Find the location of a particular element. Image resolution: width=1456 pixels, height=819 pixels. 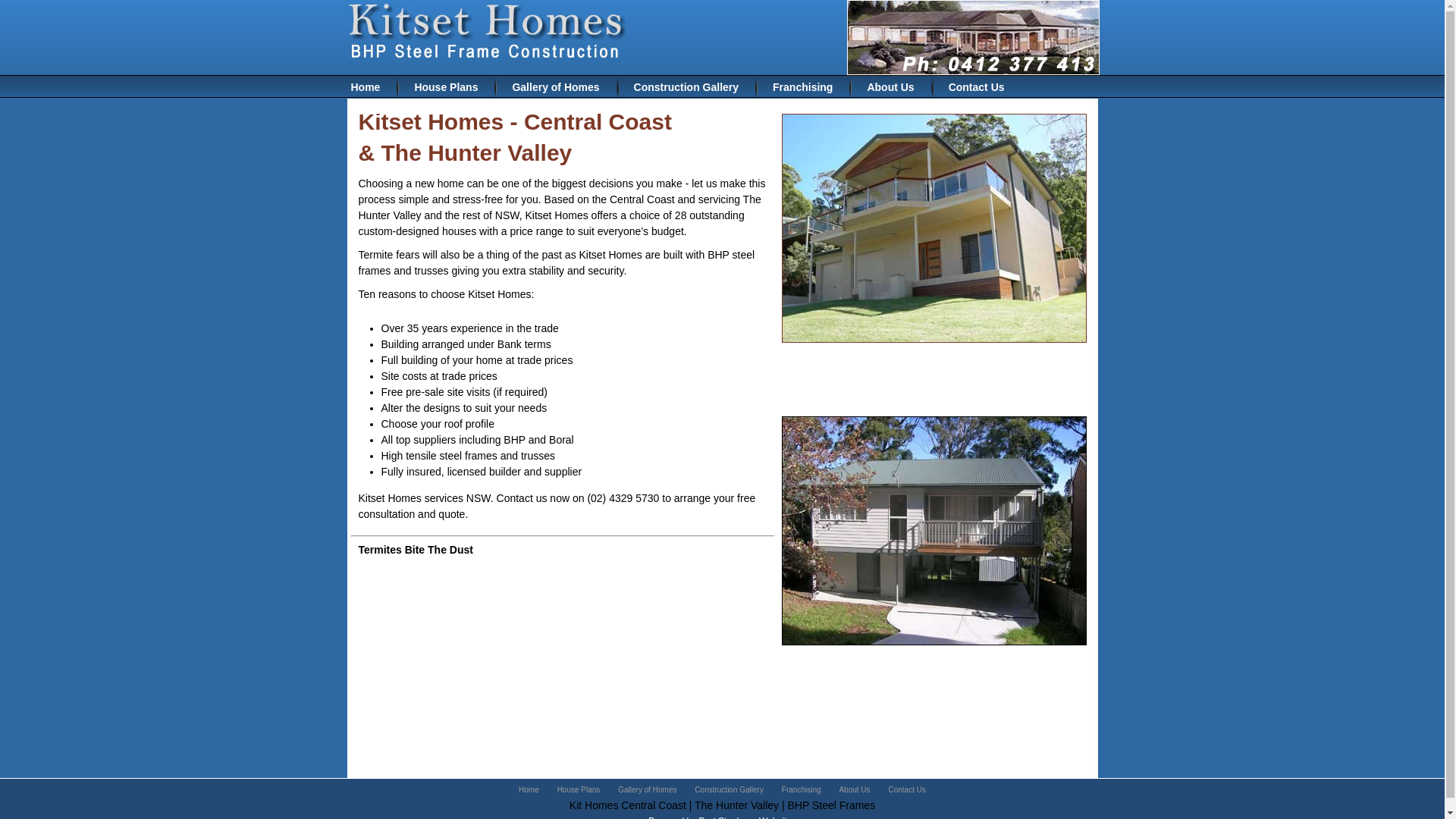

'Gallery of Homes' is located at coordinates (647, 789).